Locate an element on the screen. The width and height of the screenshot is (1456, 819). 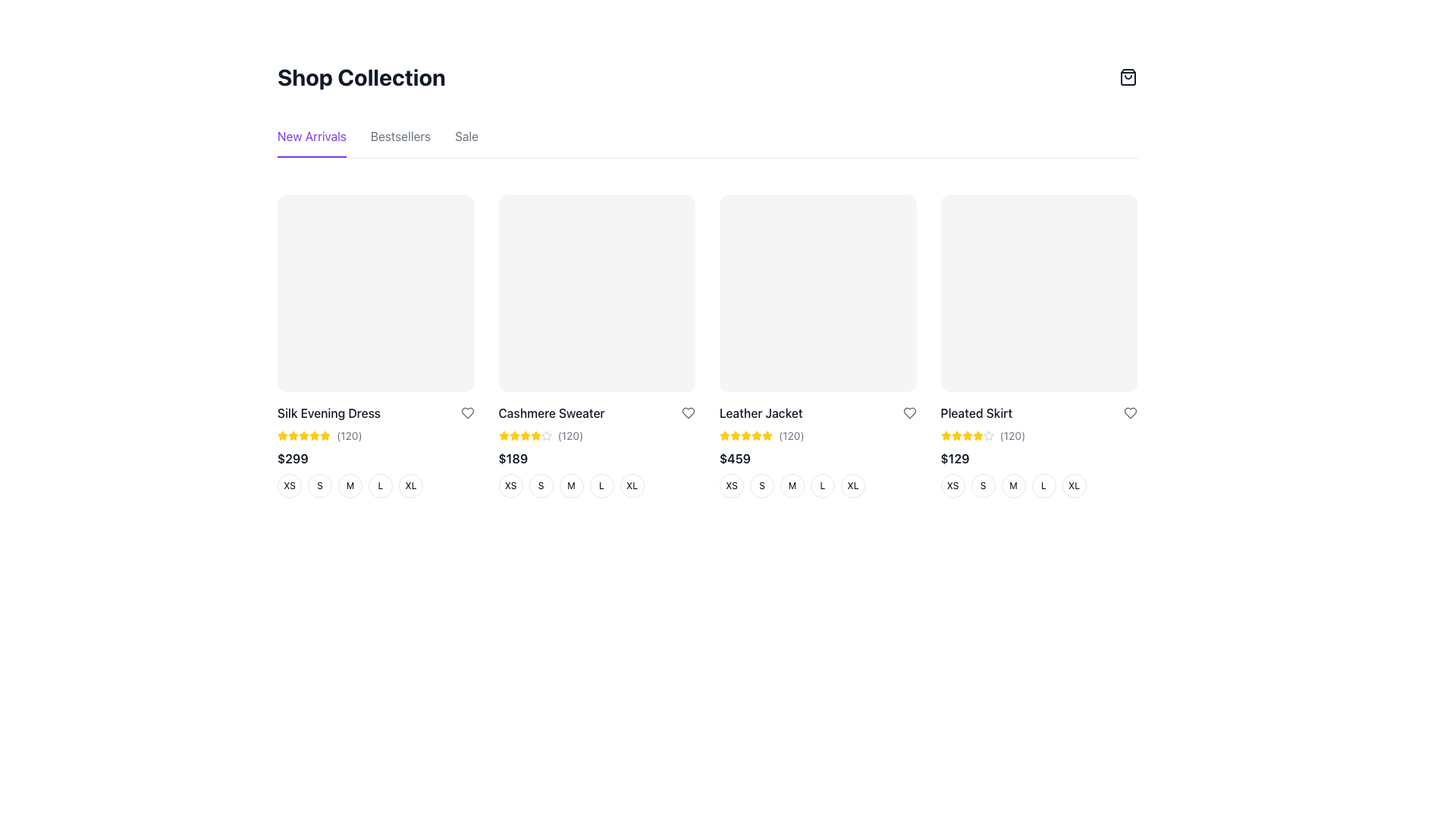
the fifth yellow star icon used for rating purposes, located below the 'Leather Jacket' card in the 'New Arrivals' section is located at coordinates (745, 435).